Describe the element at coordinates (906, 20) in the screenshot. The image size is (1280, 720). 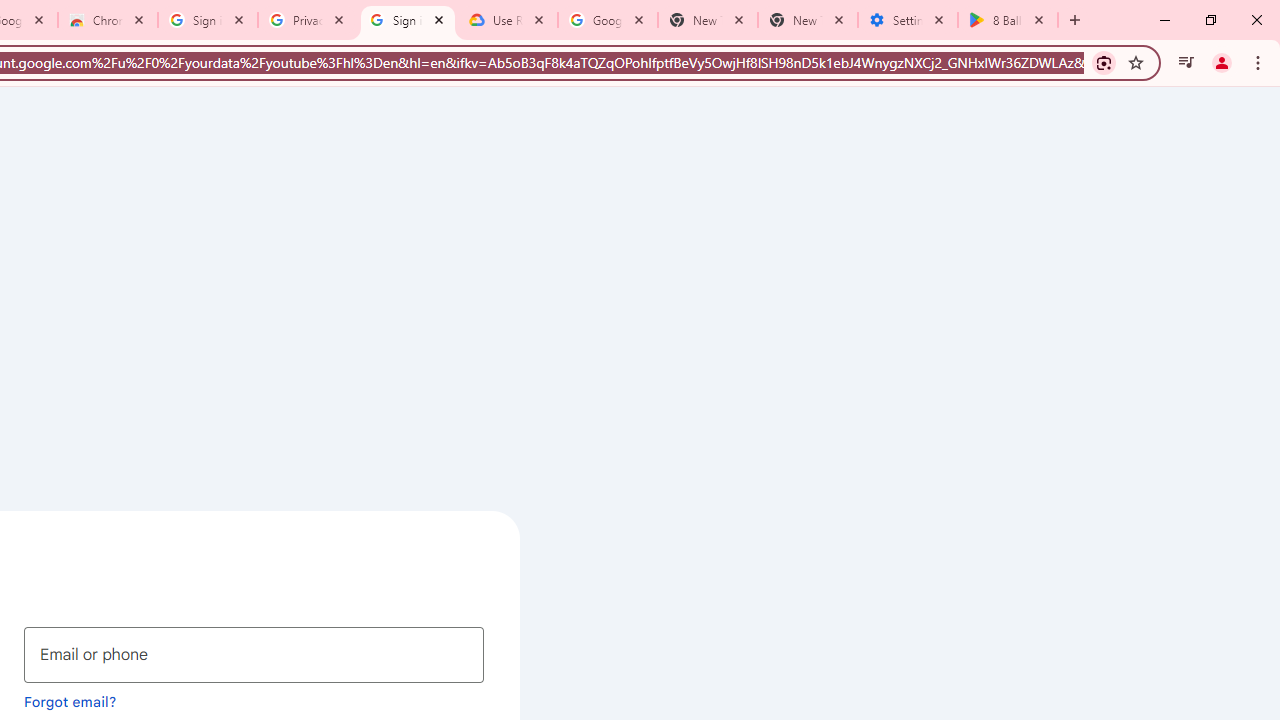
I see `'Settings - System'` at that location.